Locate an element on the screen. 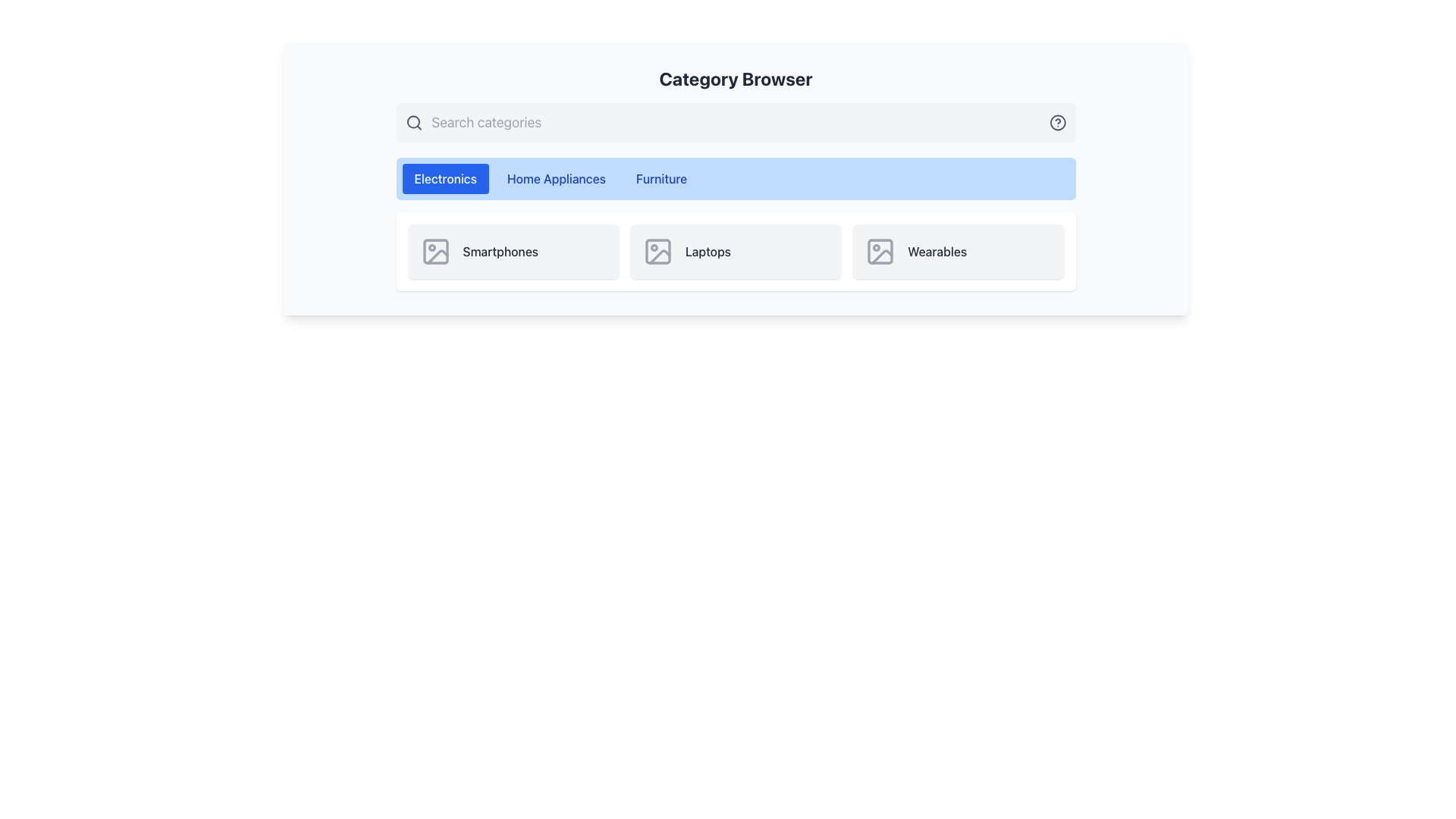 The height and width of the screenshot is (819, 1456). the square icon with rounded corners and a gray border located to the left of the text 'Wearables' in the 'Wearables' category is located at coordinates (880, 250).